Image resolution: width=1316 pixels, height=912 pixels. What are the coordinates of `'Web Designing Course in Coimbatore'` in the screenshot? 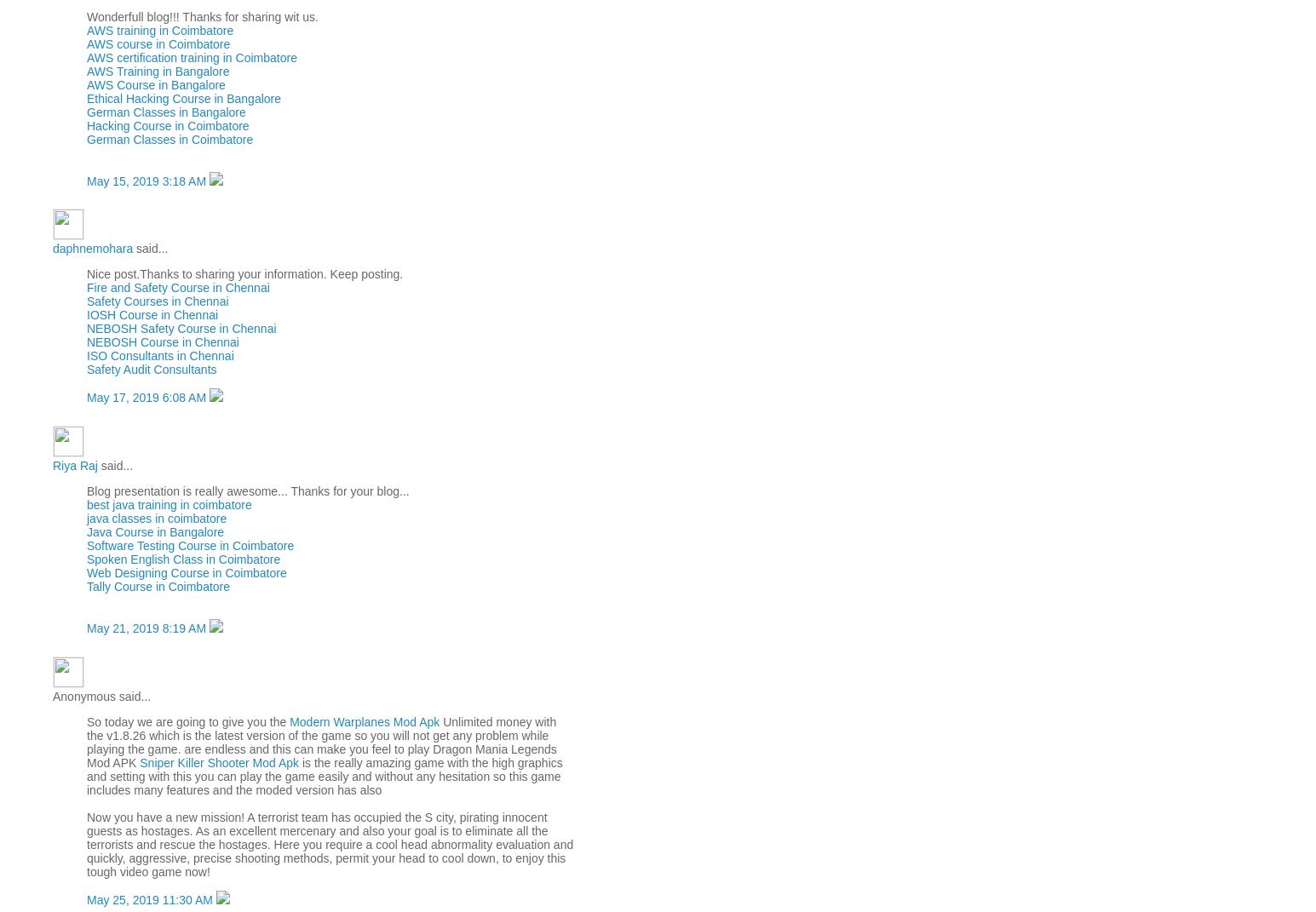 It's located at (186, 572).